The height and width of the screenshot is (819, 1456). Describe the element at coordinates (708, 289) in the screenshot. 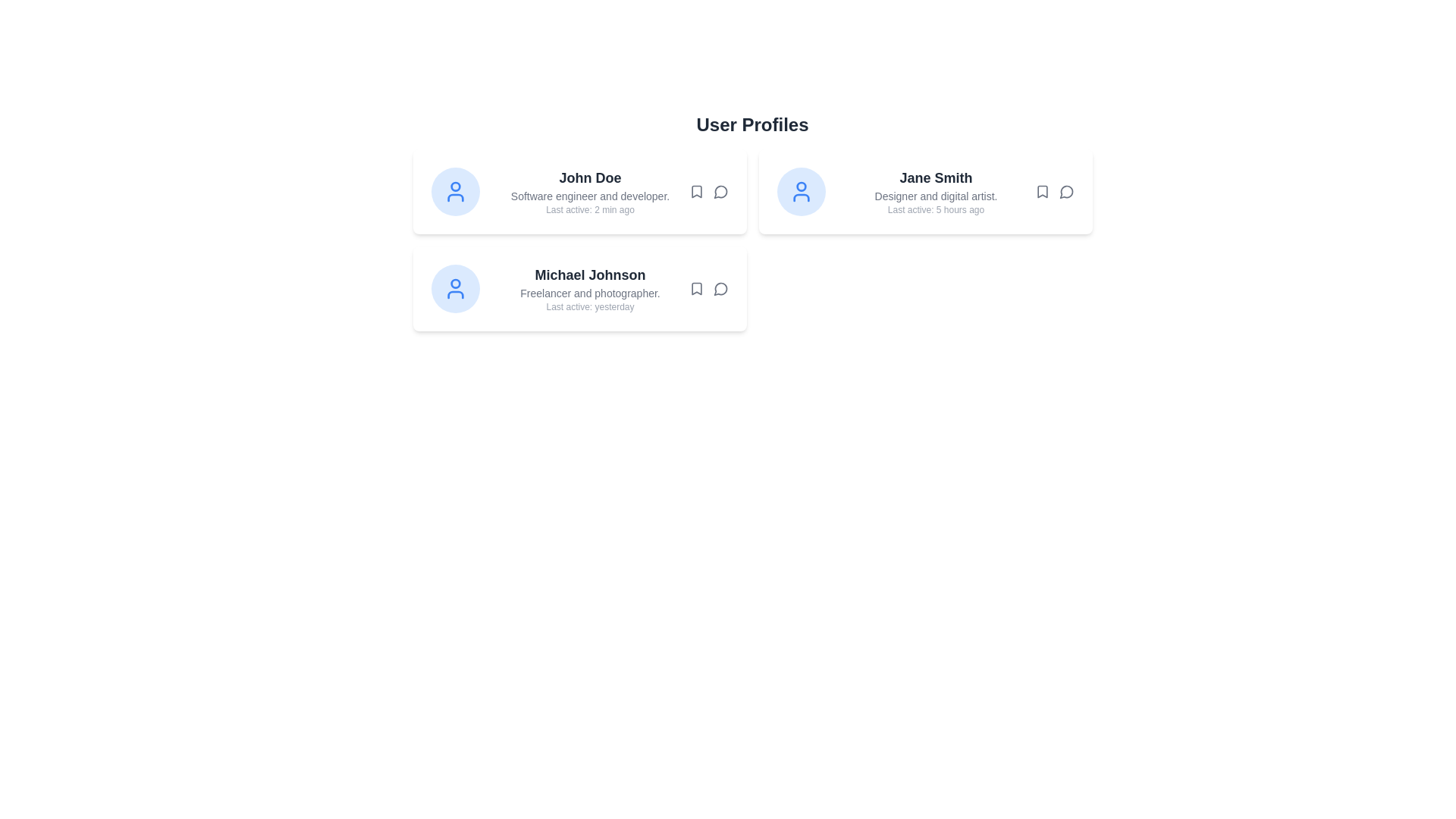

I see `the bookmark icon in the horizontal icon group located in the bottom-right corner of Michael Johnson's profile card` at that location.